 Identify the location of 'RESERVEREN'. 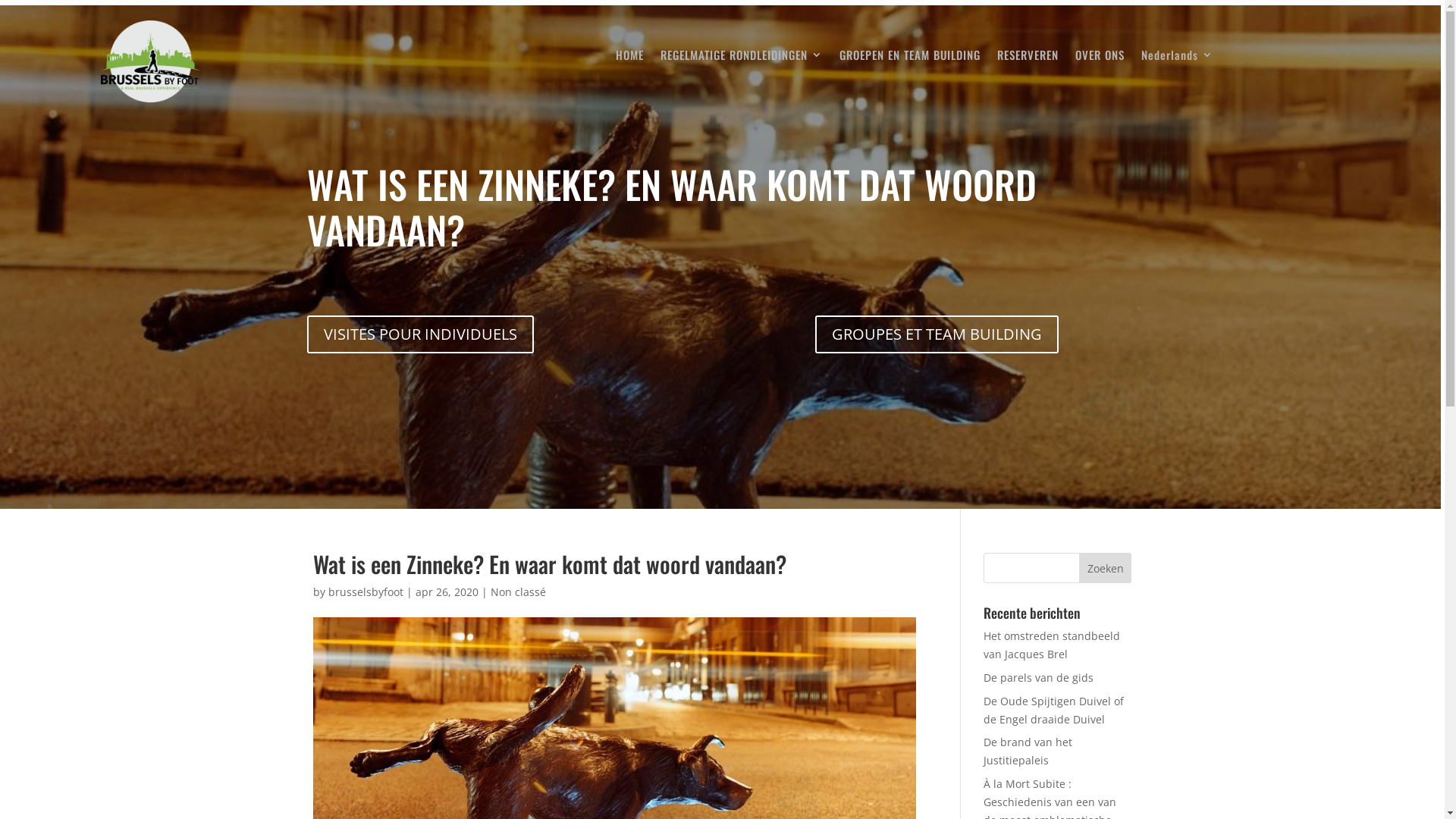
(997, 57).